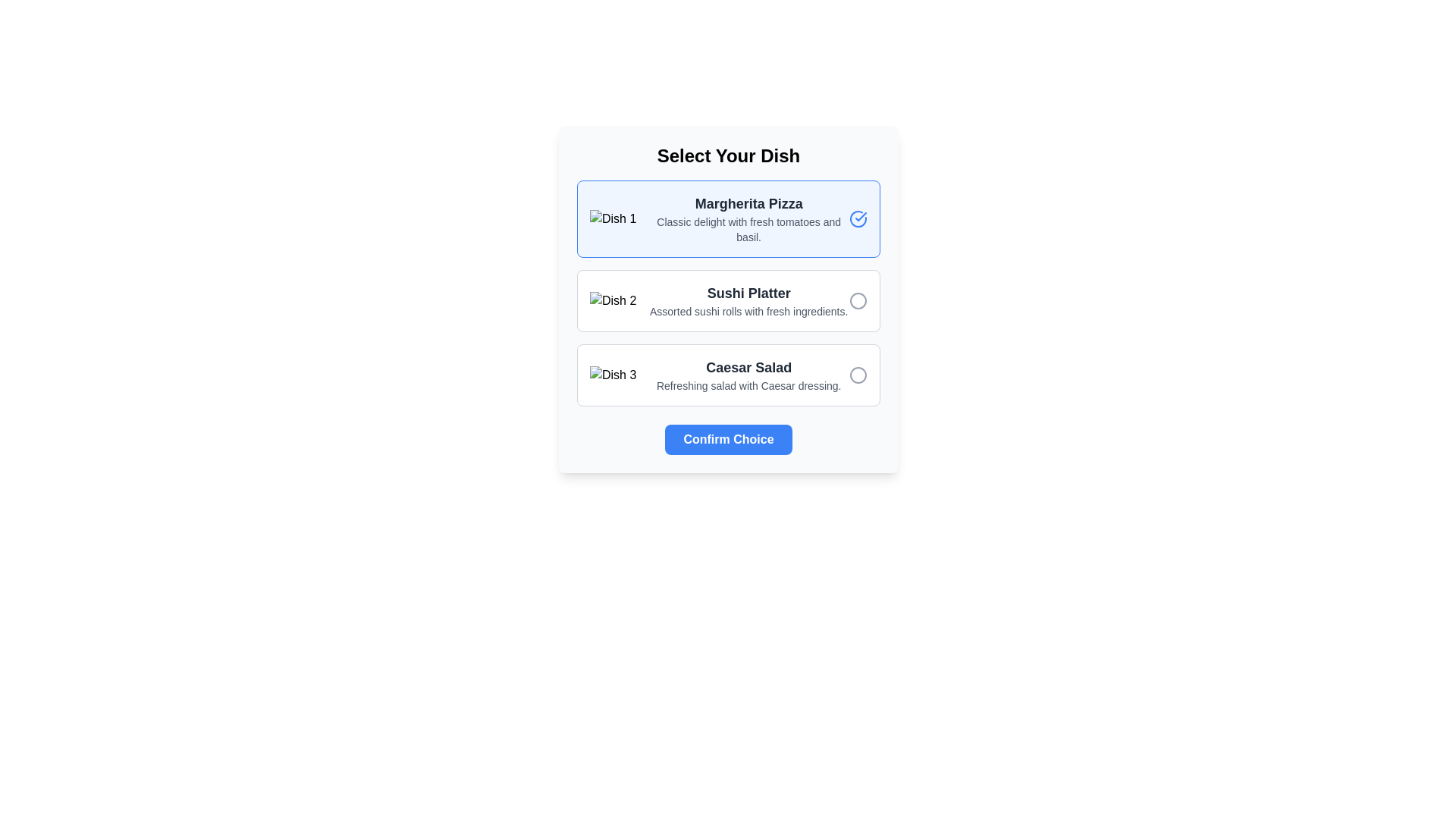 The height and width of the screenshot is (819, 1456). I want to click on the confirmation button located at the bottom center of the dish selection menu to finalize the user's choice, so click(728, 439).